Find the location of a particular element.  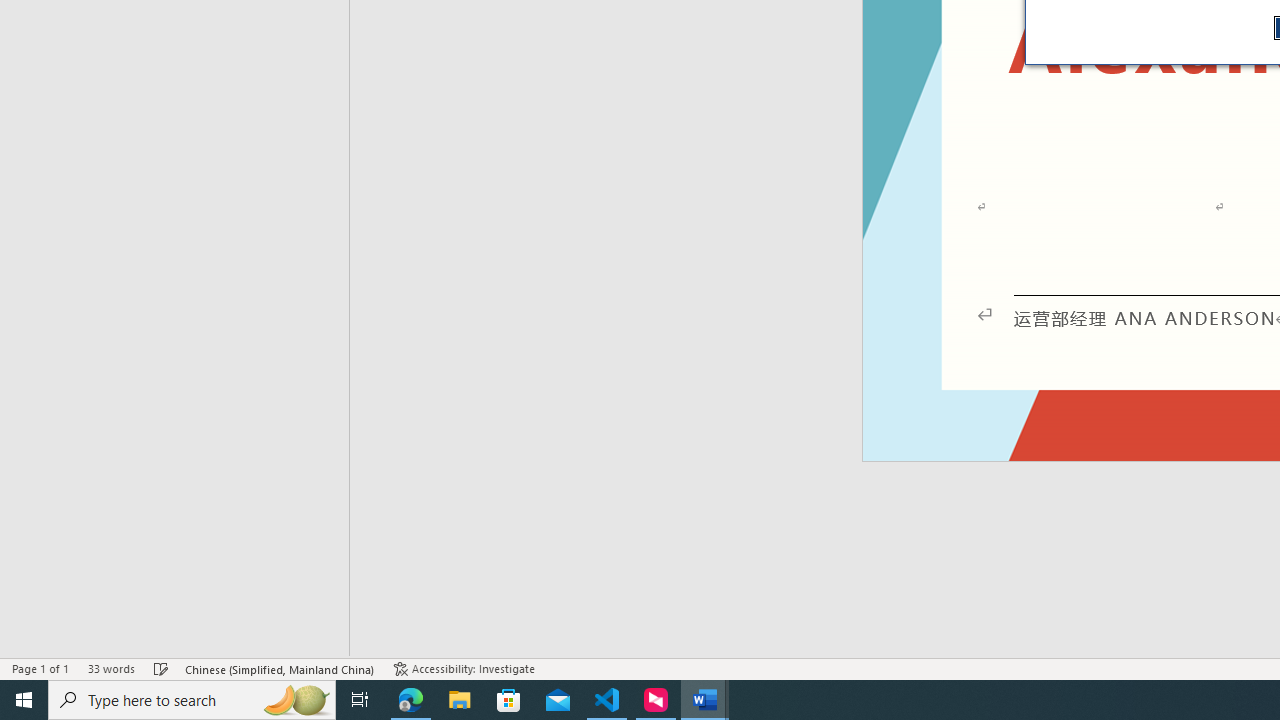

'Spelling and Grammar Check Checking' is located at coordinates (161, 669).